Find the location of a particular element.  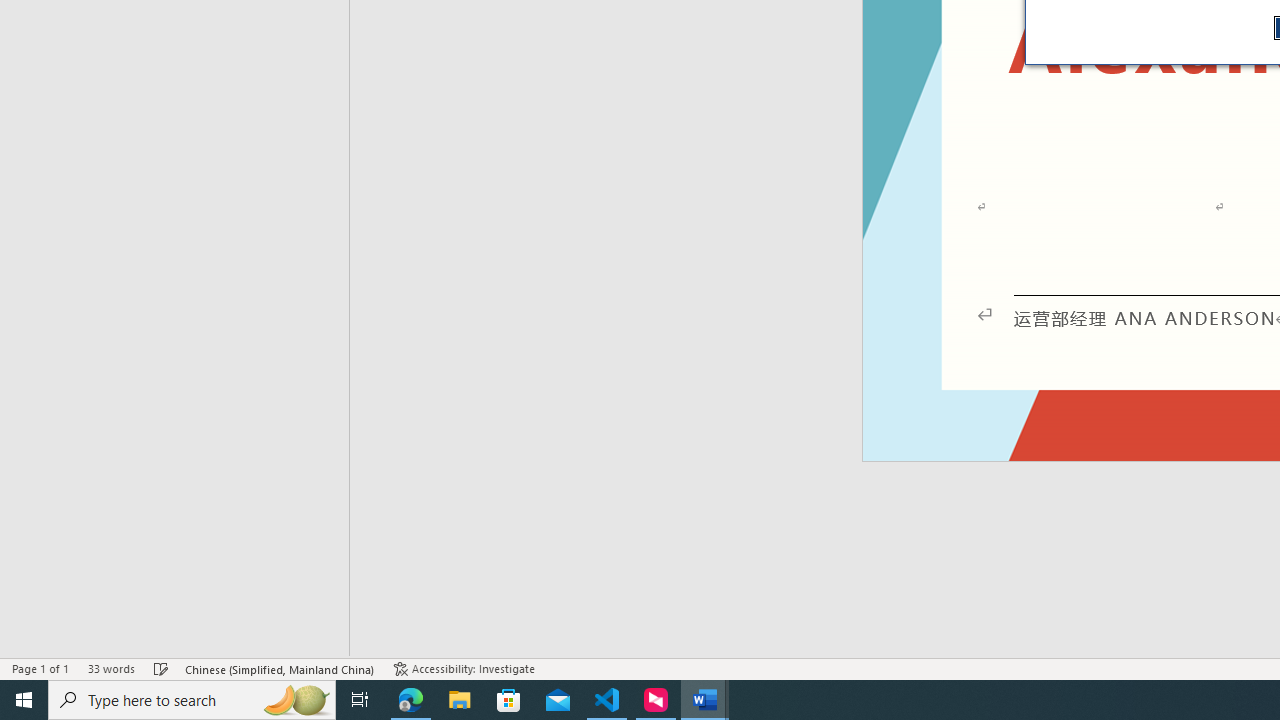

'Spelling and Grammar Check Checking' is located at coordinates (161, 669).